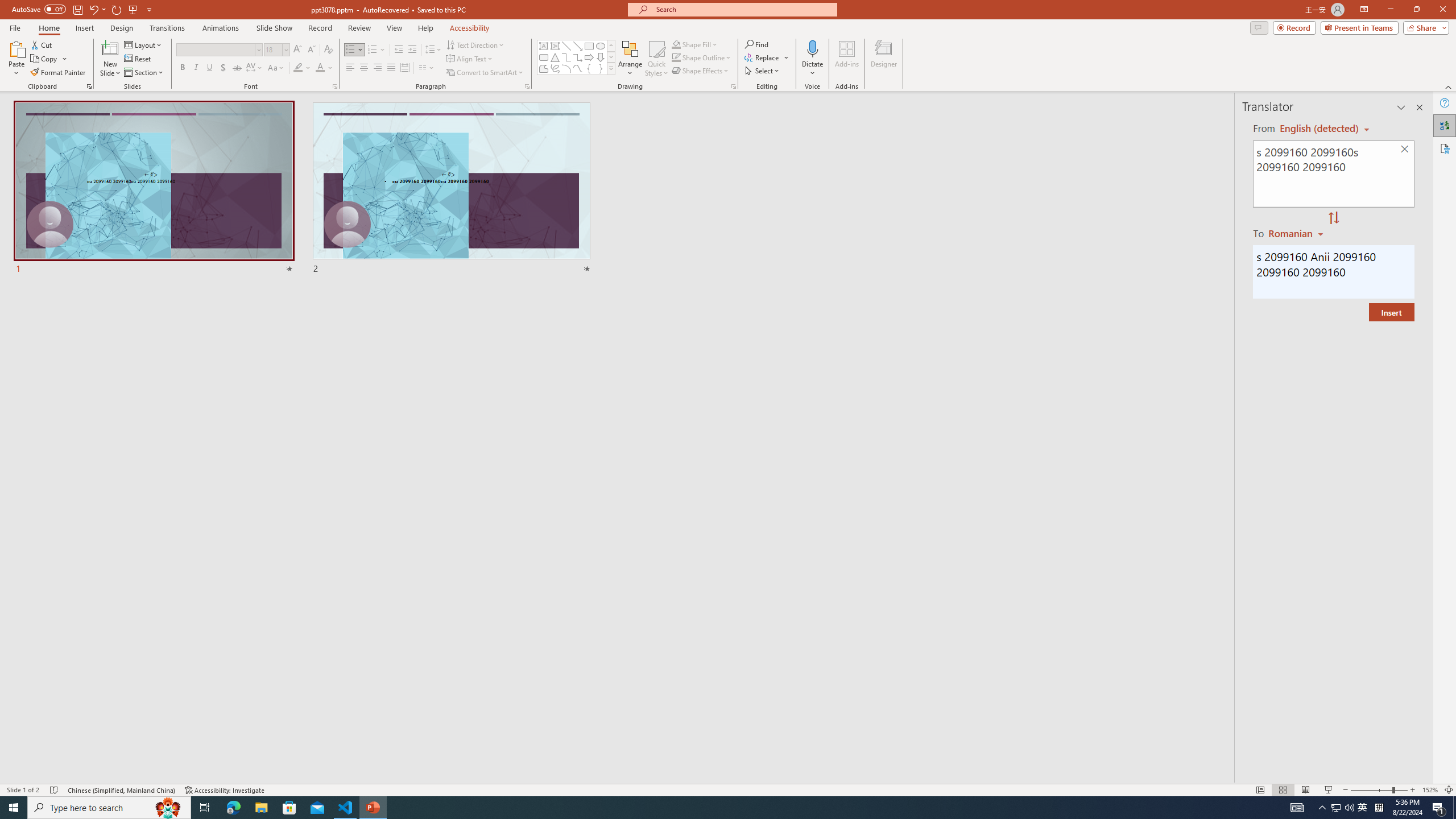  What do you see at coordinates (88, 85) in the screenshot?
I see `'Office Clipboard...'` at bounding box center [88, 85].